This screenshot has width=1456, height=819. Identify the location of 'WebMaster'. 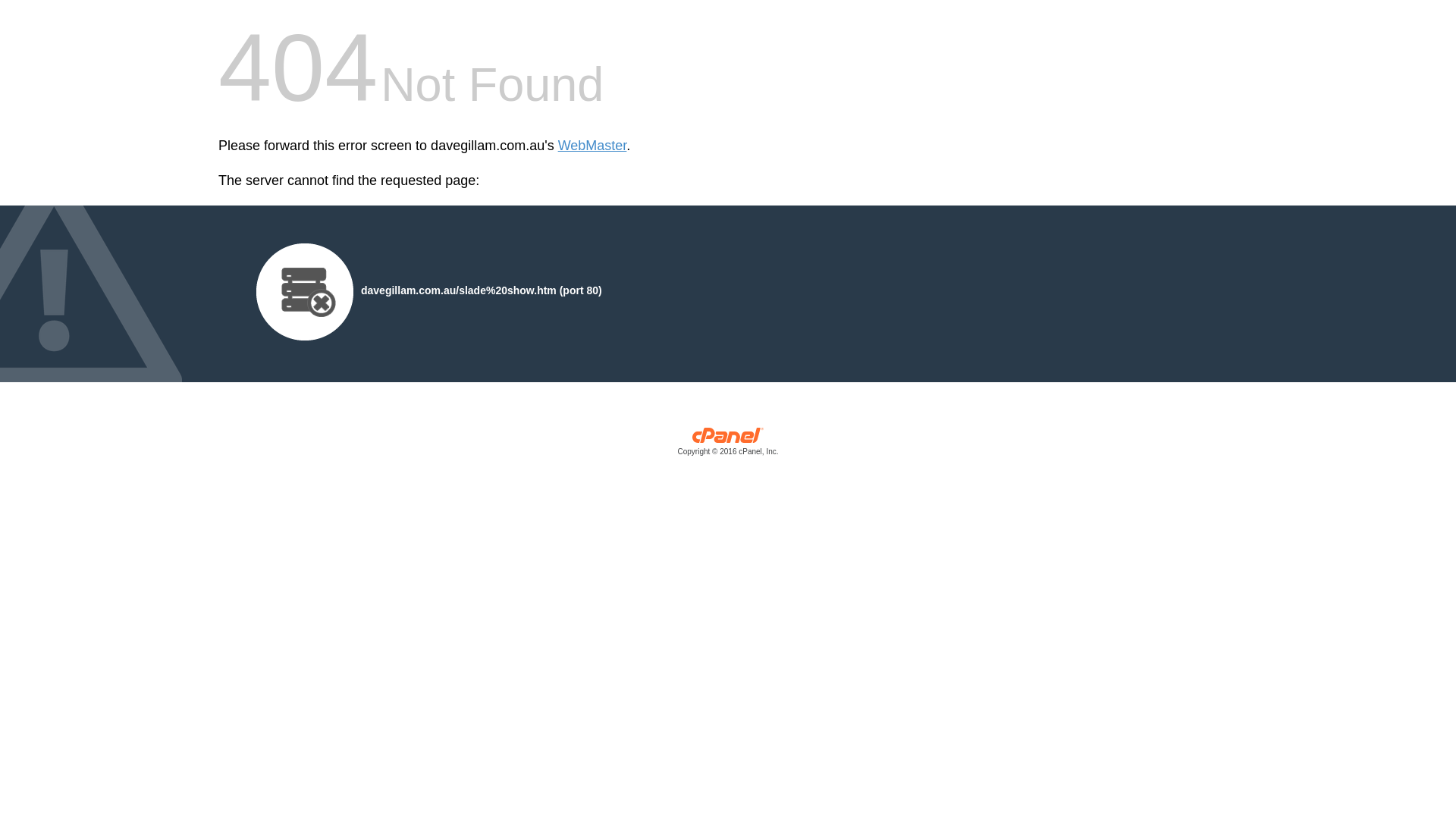
(591, 146).